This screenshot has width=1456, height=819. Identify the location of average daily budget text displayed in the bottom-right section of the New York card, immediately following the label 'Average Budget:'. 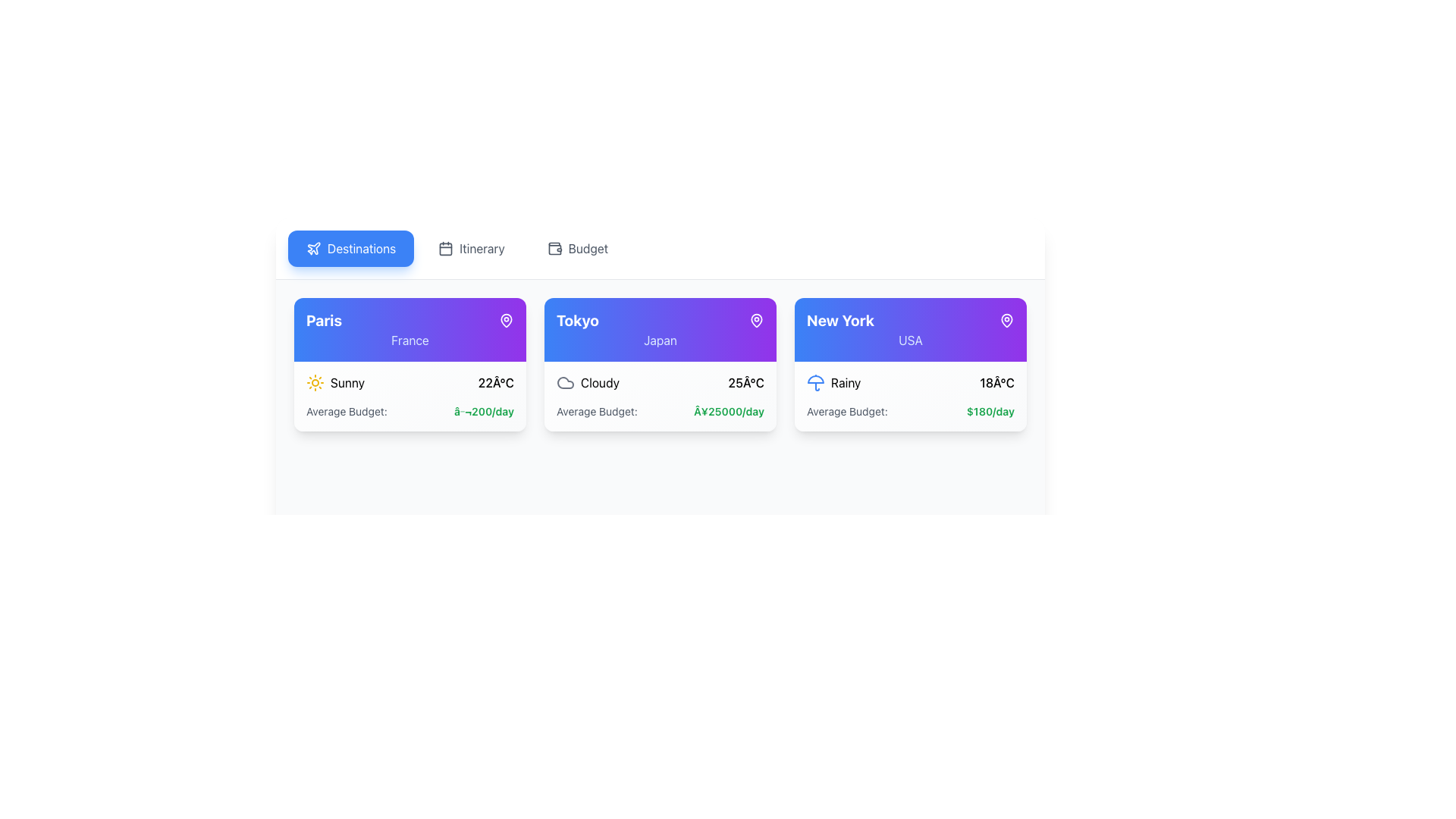
(990, 412).